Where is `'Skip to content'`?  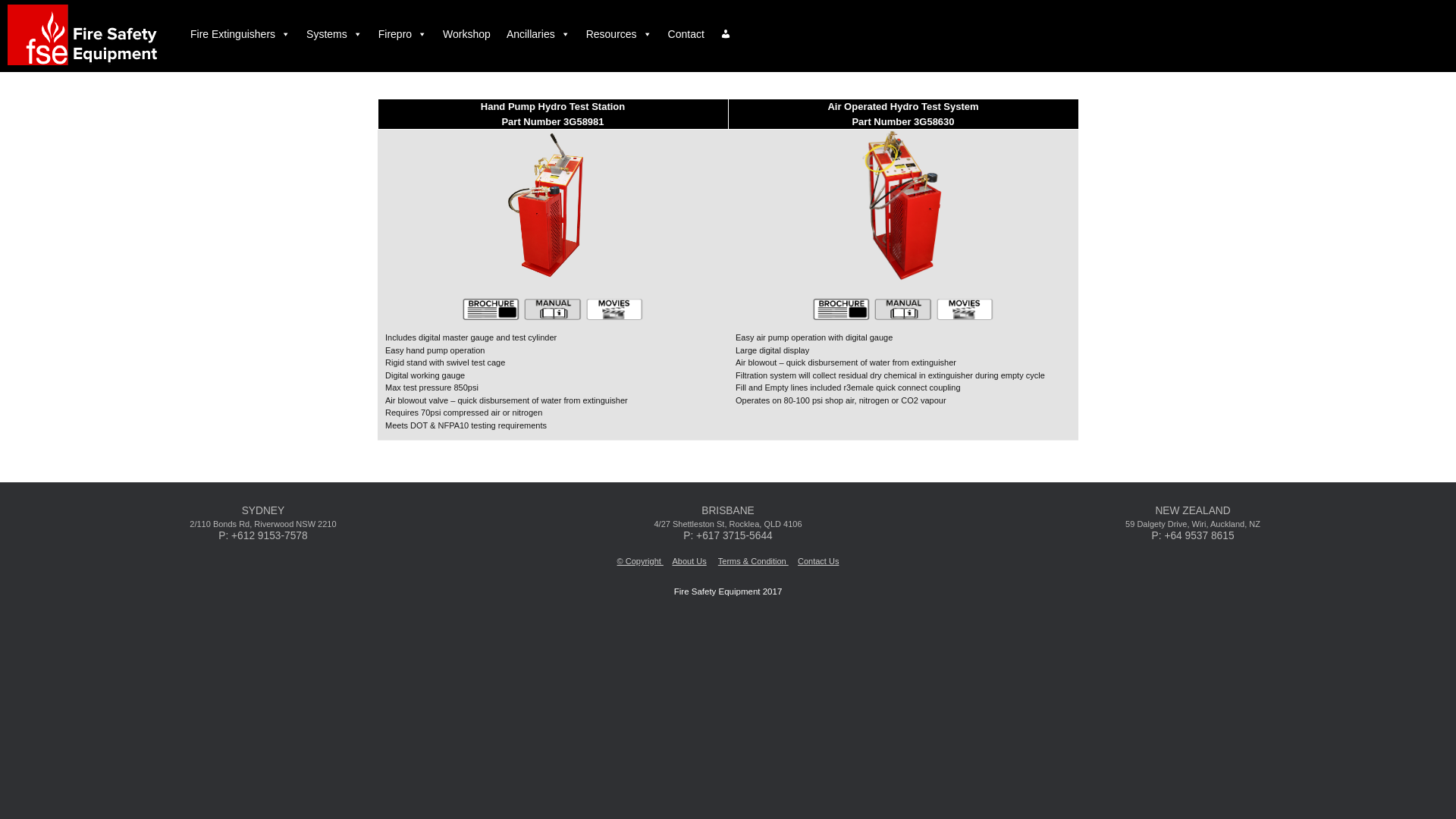
'Skip to content' is located at coordinates (0, 0).